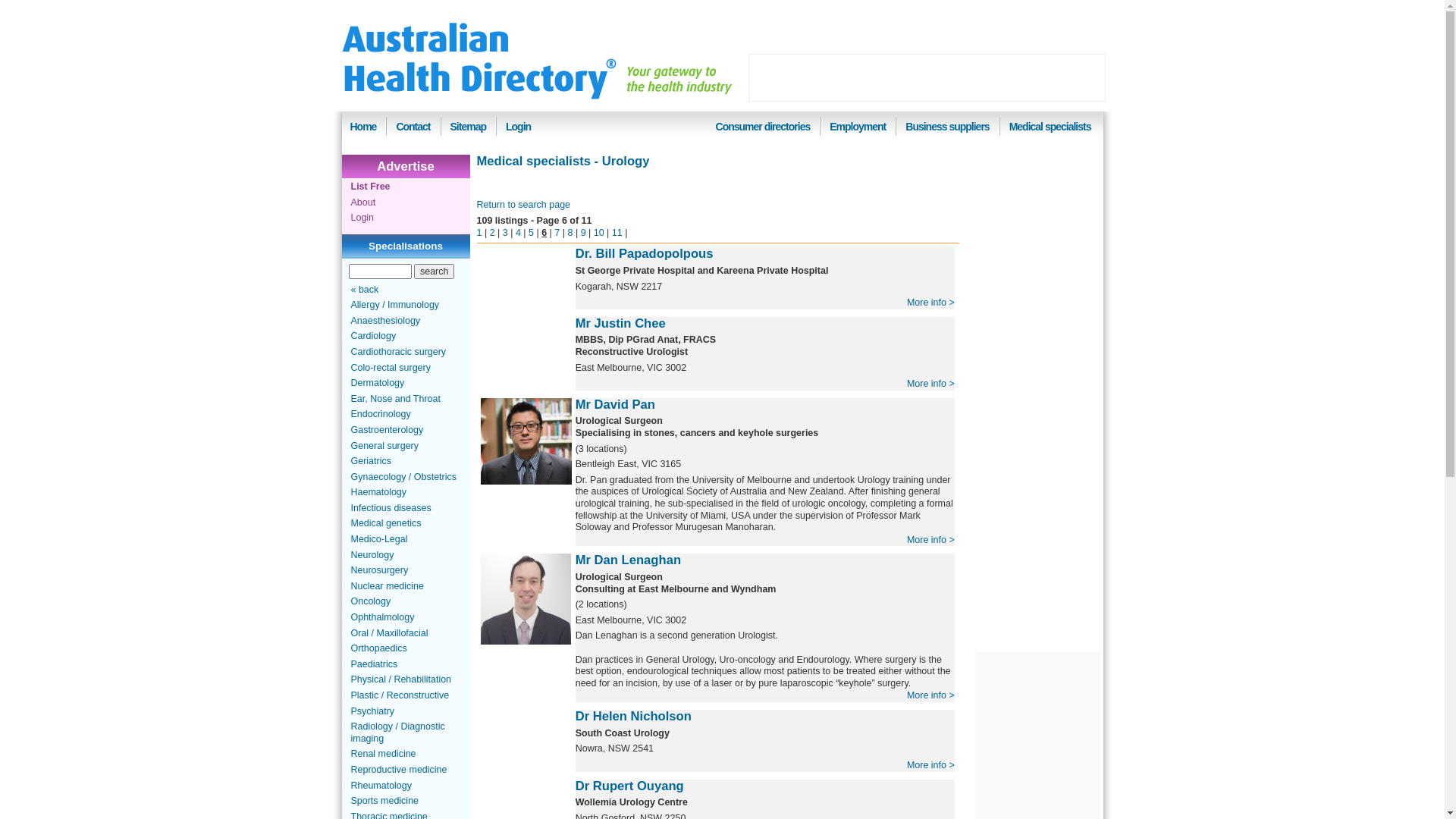  Describe the element at coordinates (397, 351) in the screenshot. I see `'Cardiothoracic surgery'` at that location.